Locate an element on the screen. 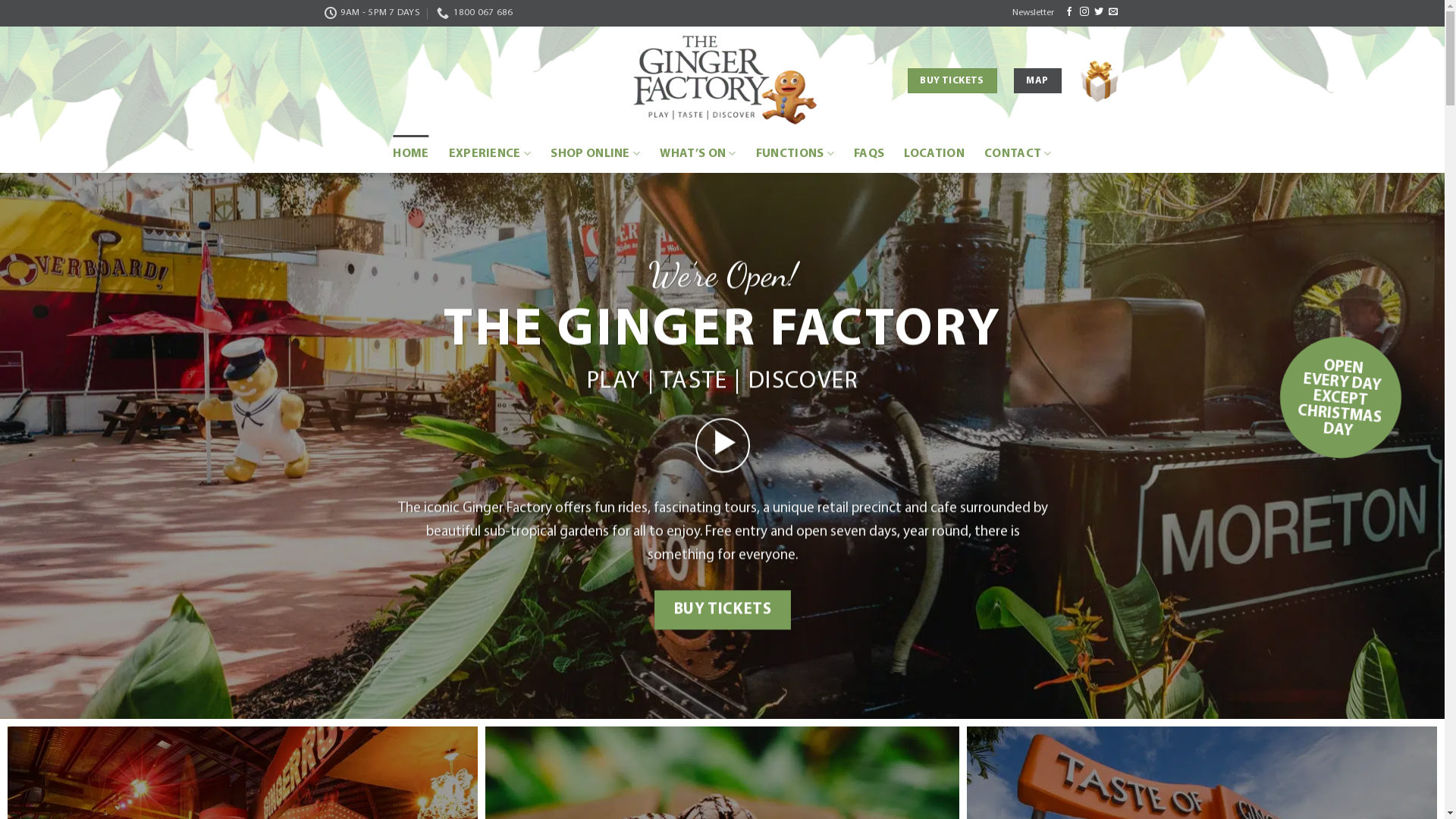 This screenshot has width=1456, height=819. 'SHOP ONLINE' is located at coordinates (549, 154).